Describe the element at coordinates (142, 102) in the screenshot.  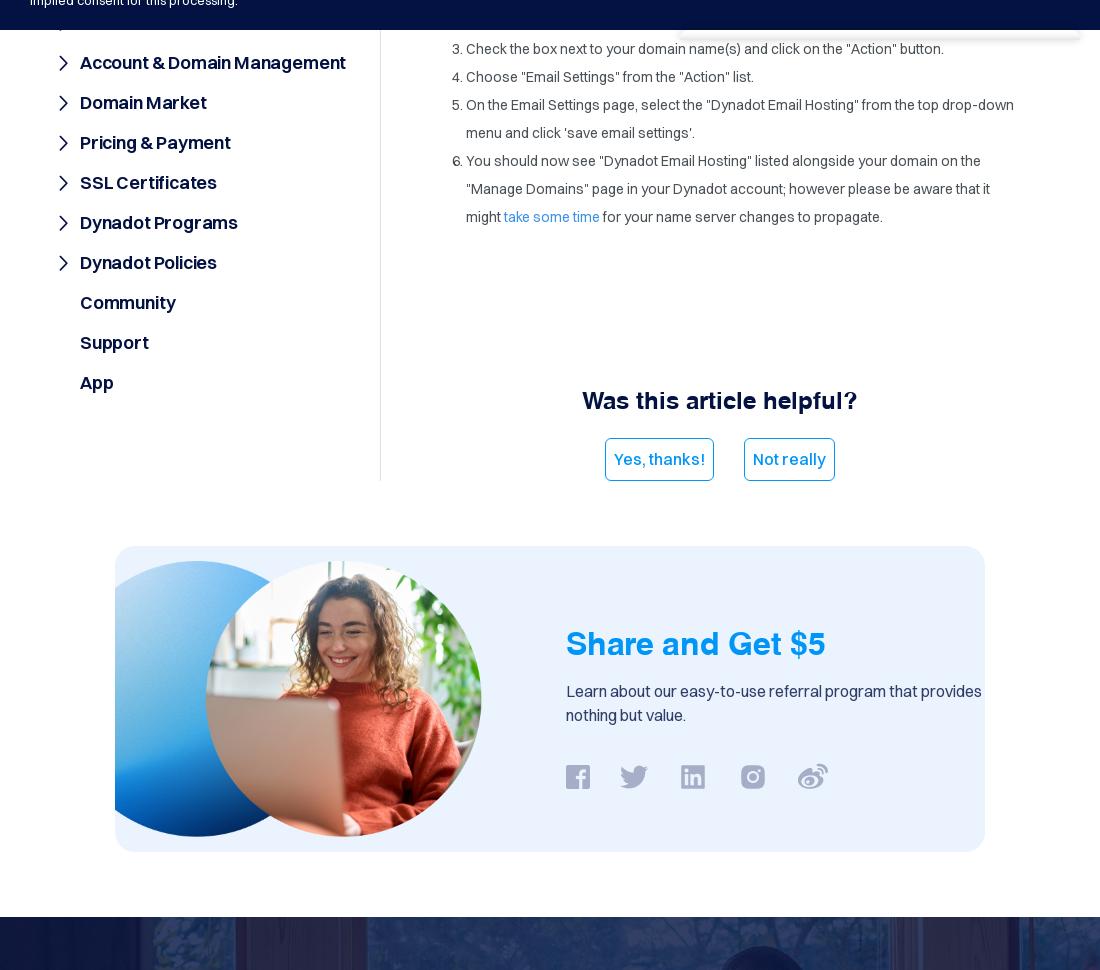
I see `'Domain Market'` at that location.